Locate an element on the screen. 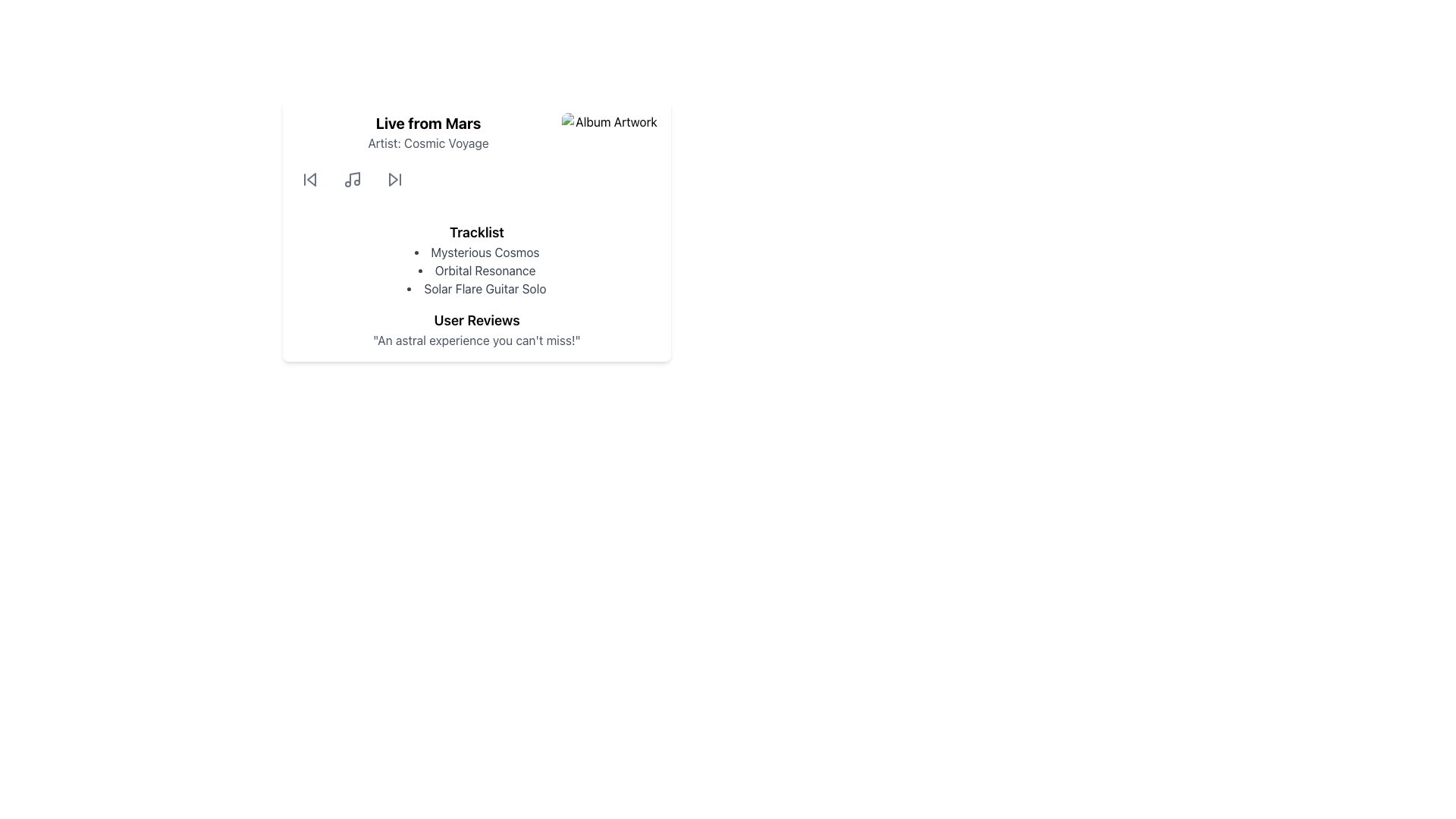 The image size is (1456, 819). static text display showing the name of the artist located below 'Live from Mars' is located at coordinates (428, 143).